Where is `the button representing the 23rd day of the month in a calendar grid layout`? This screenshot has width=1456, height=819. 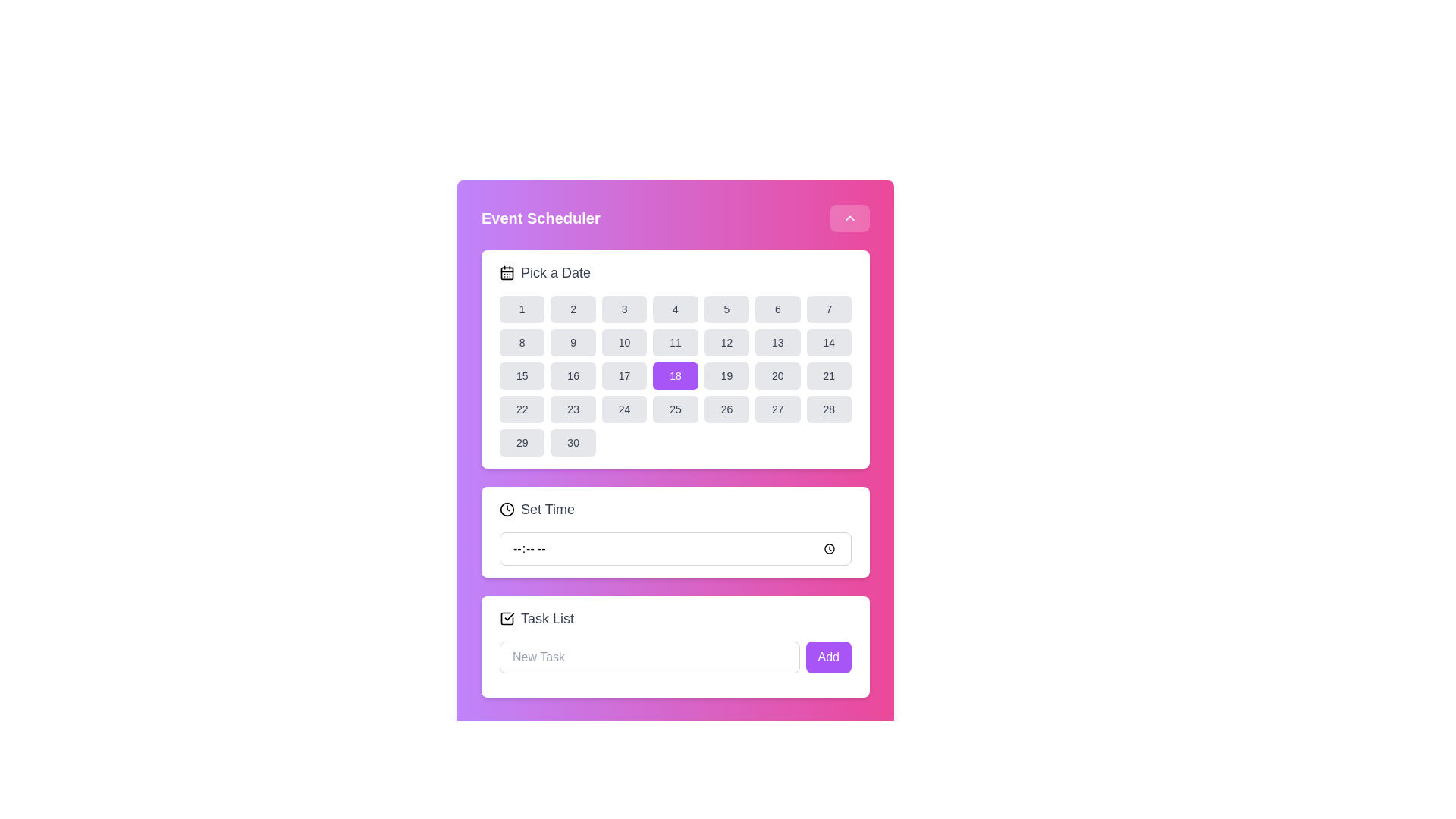 the button representing the 23rd day of the month in a calendar grid layout is located at coordinates (573, 409).